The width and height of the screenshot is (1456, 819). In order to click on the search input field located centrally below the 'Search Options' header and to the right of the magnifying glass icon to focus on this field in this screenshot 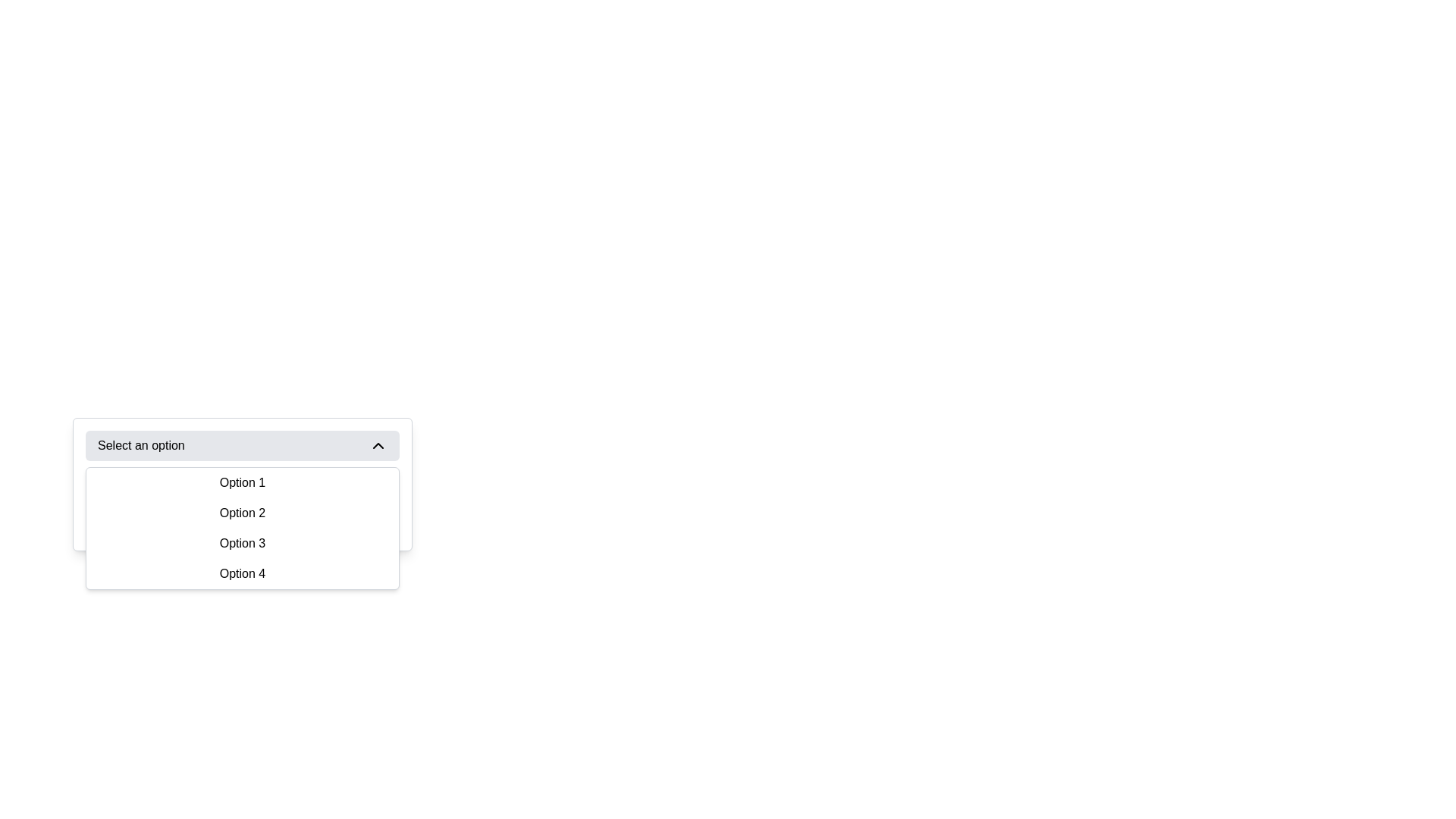, I will do `click(243, 522)`.